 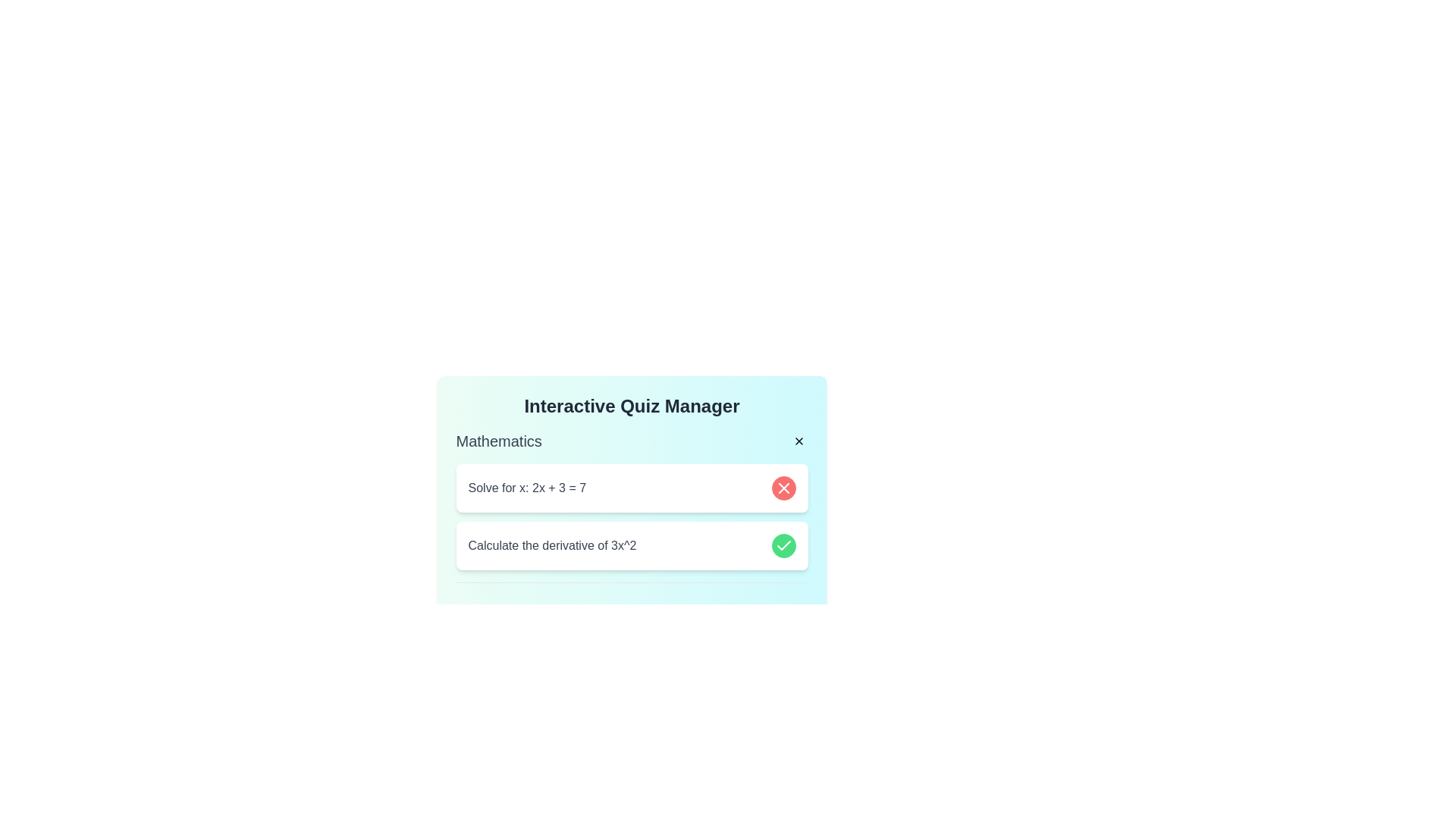 I want to click on the checkmark icon, which is a small light-colored checkmark symbol on a green circular background, located adjacent to the second question item labeled 'Calculate the derivative of 3x^2' in the Interactive Quiz Manager interface, so click(x=783, y=544).